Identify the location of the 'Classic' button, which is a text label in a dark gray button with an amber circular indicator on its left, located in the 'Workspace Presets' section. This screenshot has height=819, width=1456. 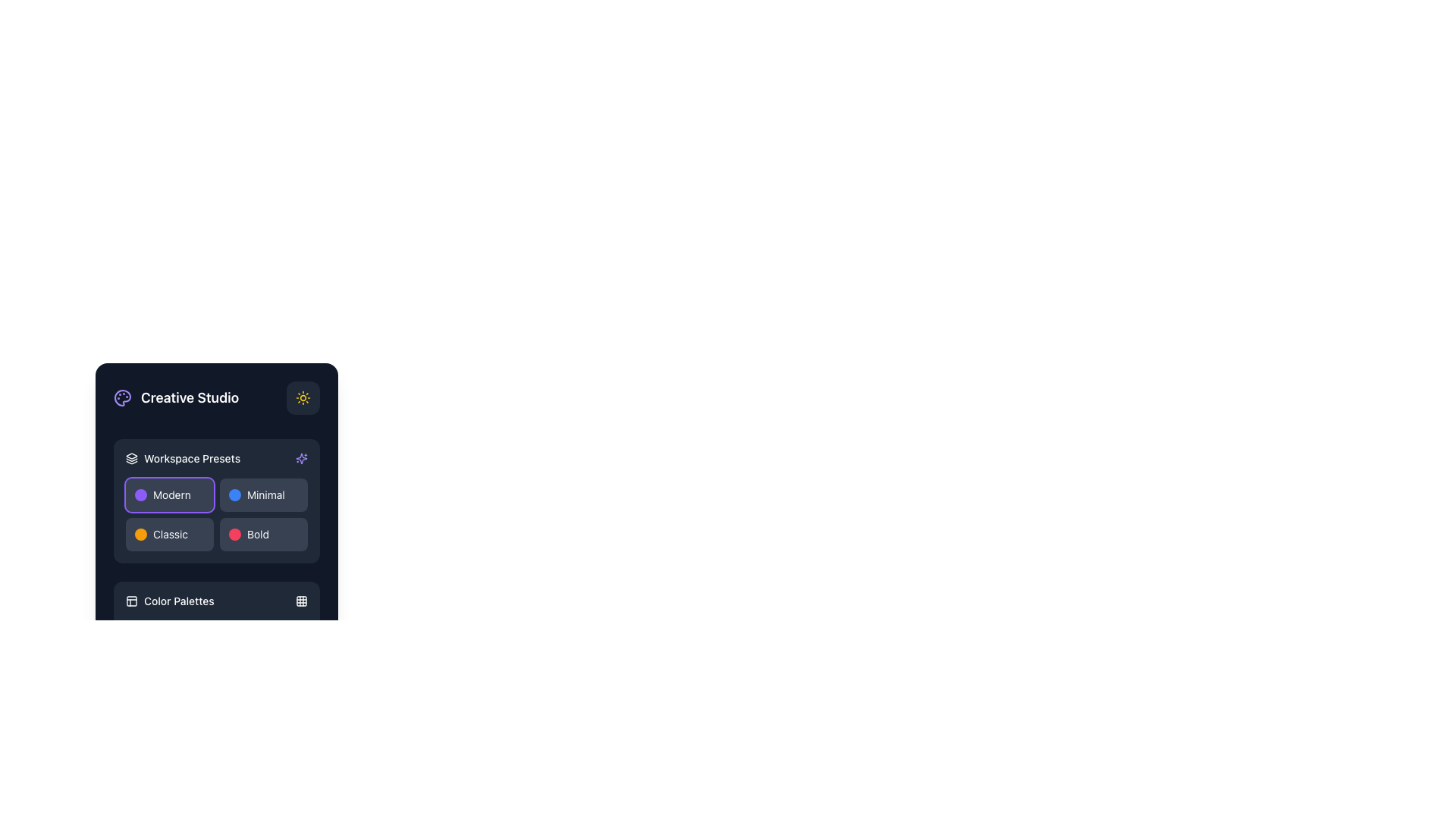
(171, 534).